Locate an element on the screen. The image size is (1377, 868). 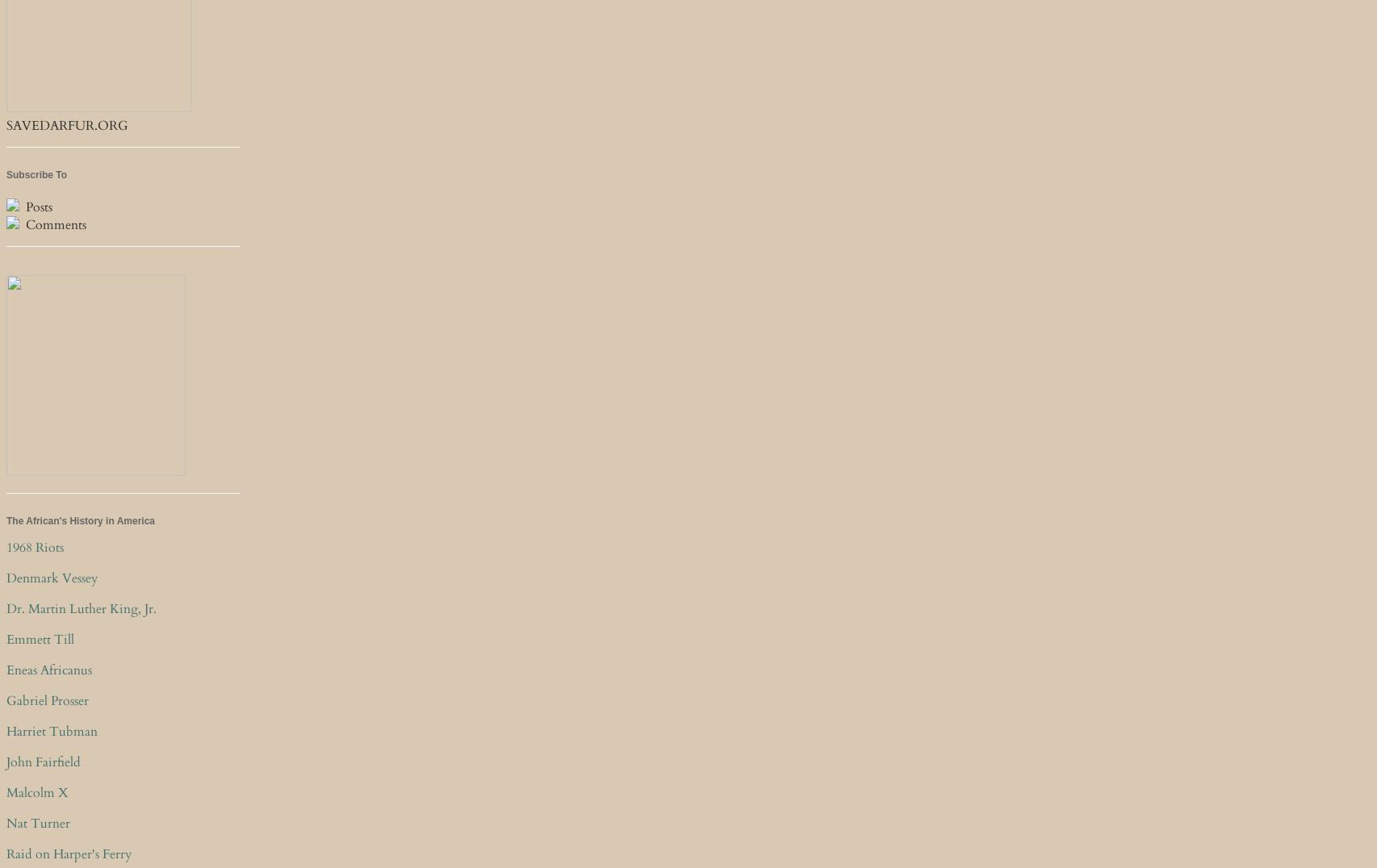
'Posts' is located at coordinates (37, 207).